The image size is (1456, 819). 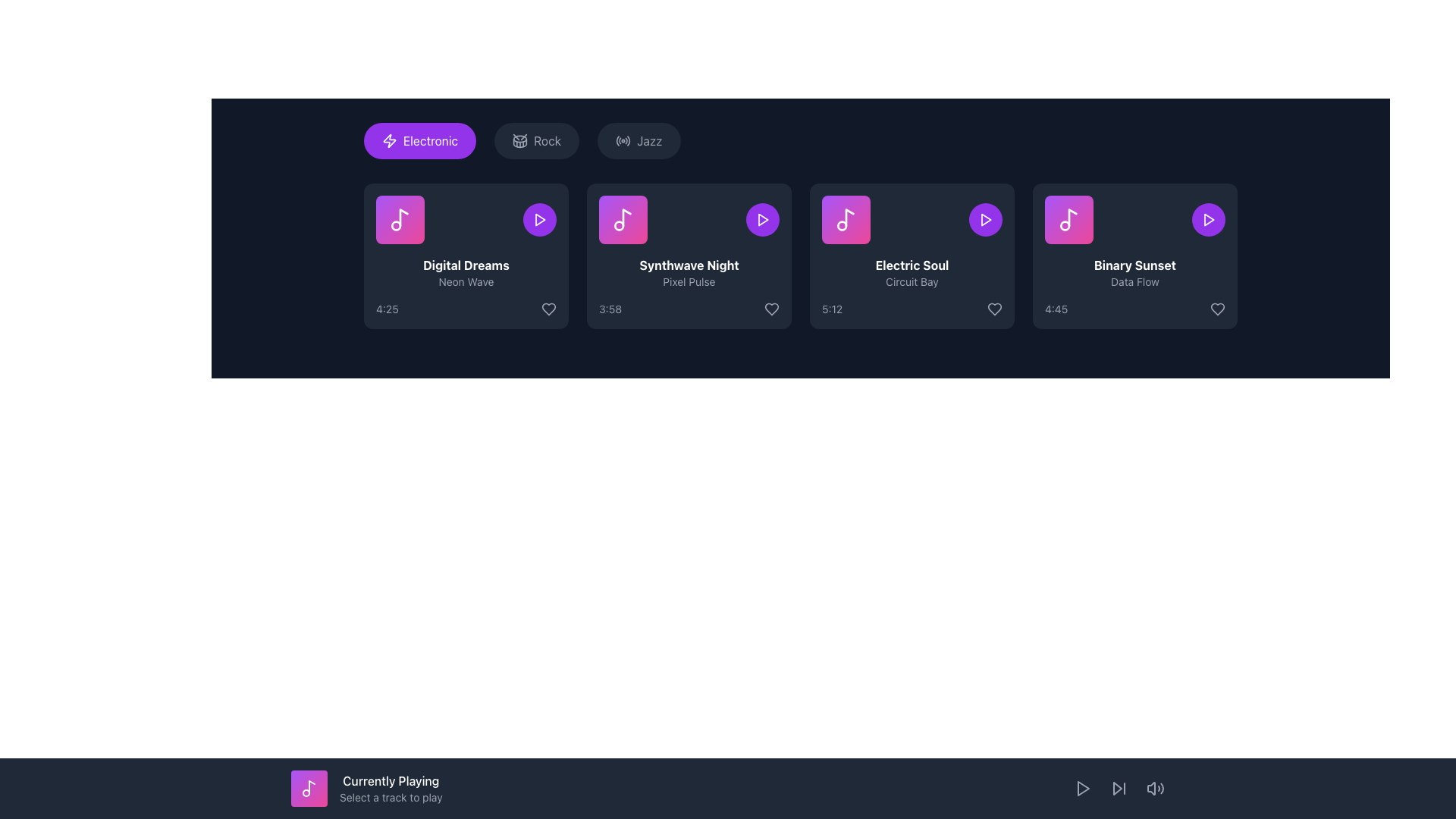 I want to click on the 'skip forward' button located in the bottom-right control bar of the interface, so click(x=1119, y=788).